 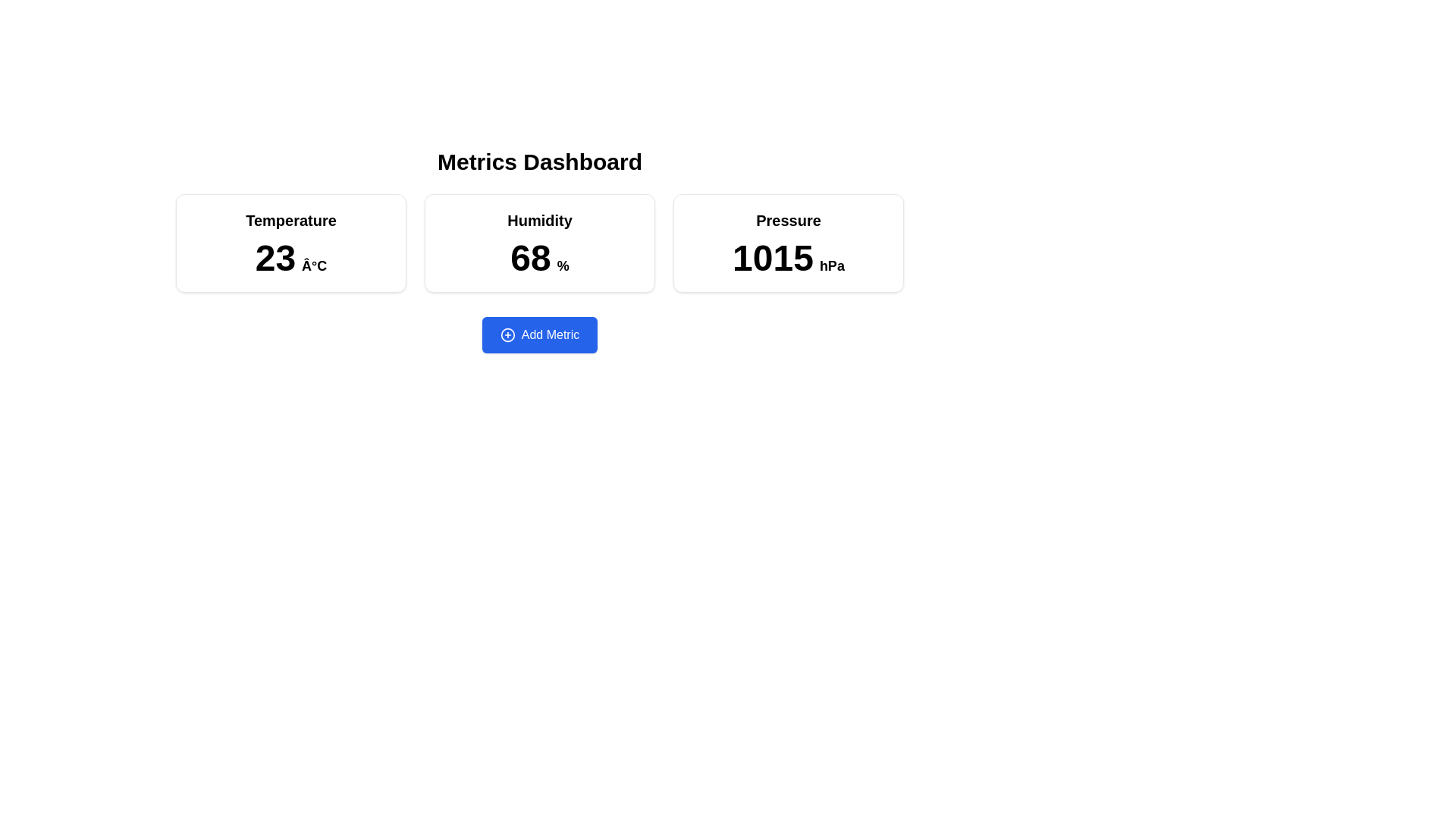 What do you see at coordinates (539, 334) in the screenshot?
I see `the blue button labeled 'Add Metric' with a plus icon` at bounding box center [539, 334].